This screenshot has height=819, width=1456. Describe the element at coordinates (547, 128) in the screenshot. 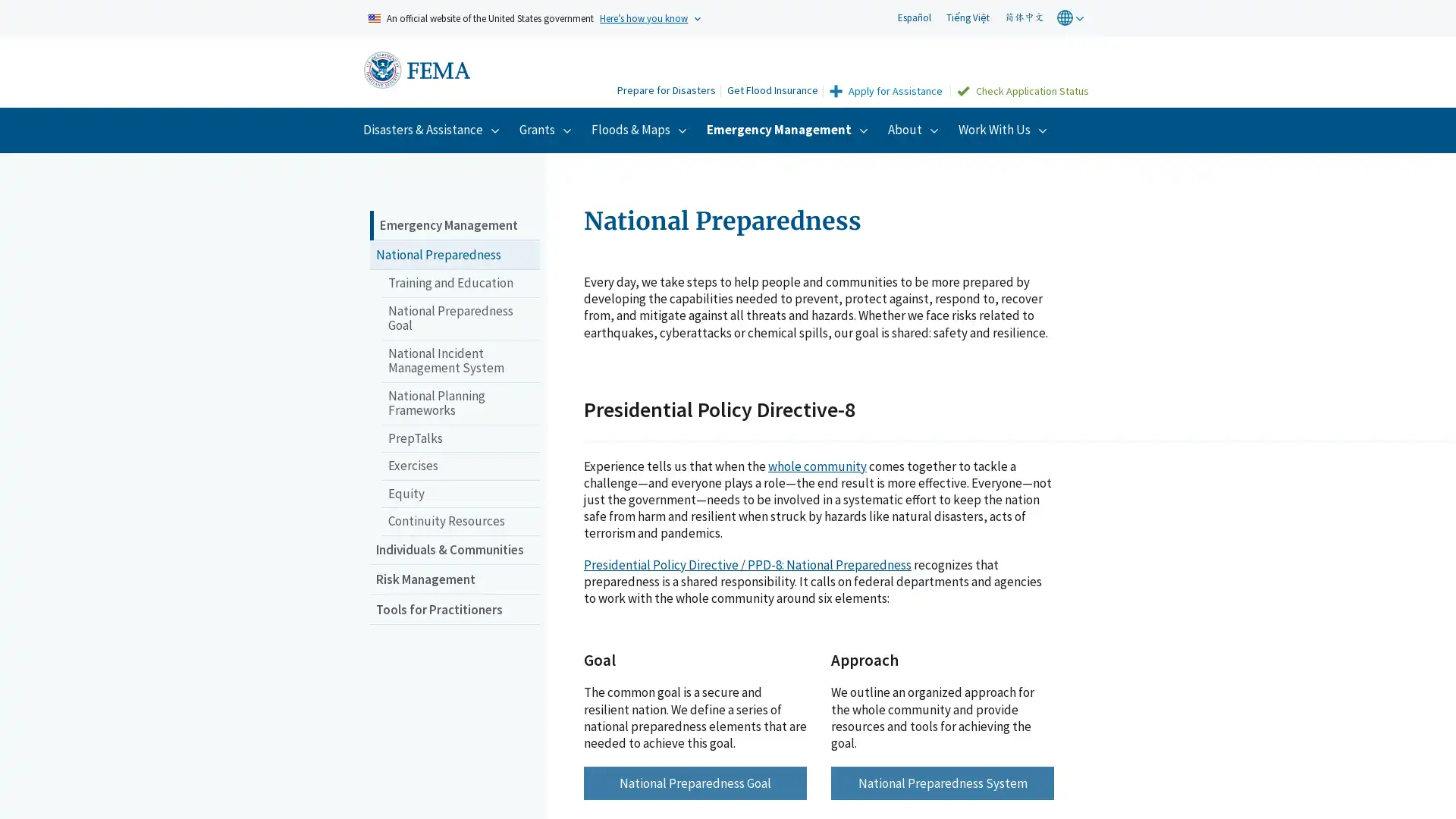

I see `Grants` at that location.